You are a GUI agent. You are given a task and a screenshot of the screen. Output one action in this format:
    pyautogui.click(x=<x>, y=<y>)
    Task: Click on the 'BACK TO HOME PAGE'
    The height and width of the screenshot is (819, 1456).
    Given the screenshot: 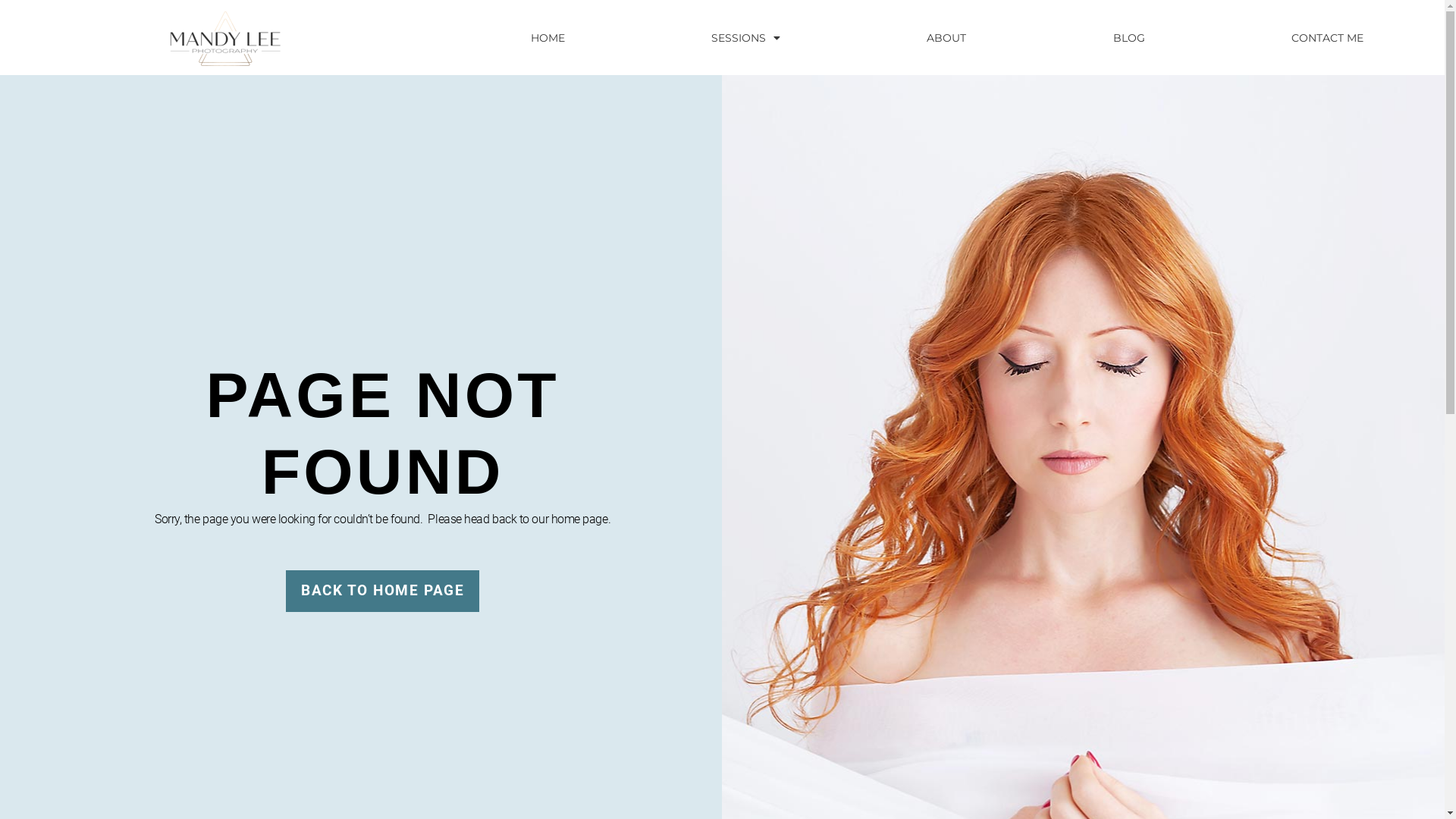 What is the action you would take?
    pyautogui.click(x=382, y=590)
    